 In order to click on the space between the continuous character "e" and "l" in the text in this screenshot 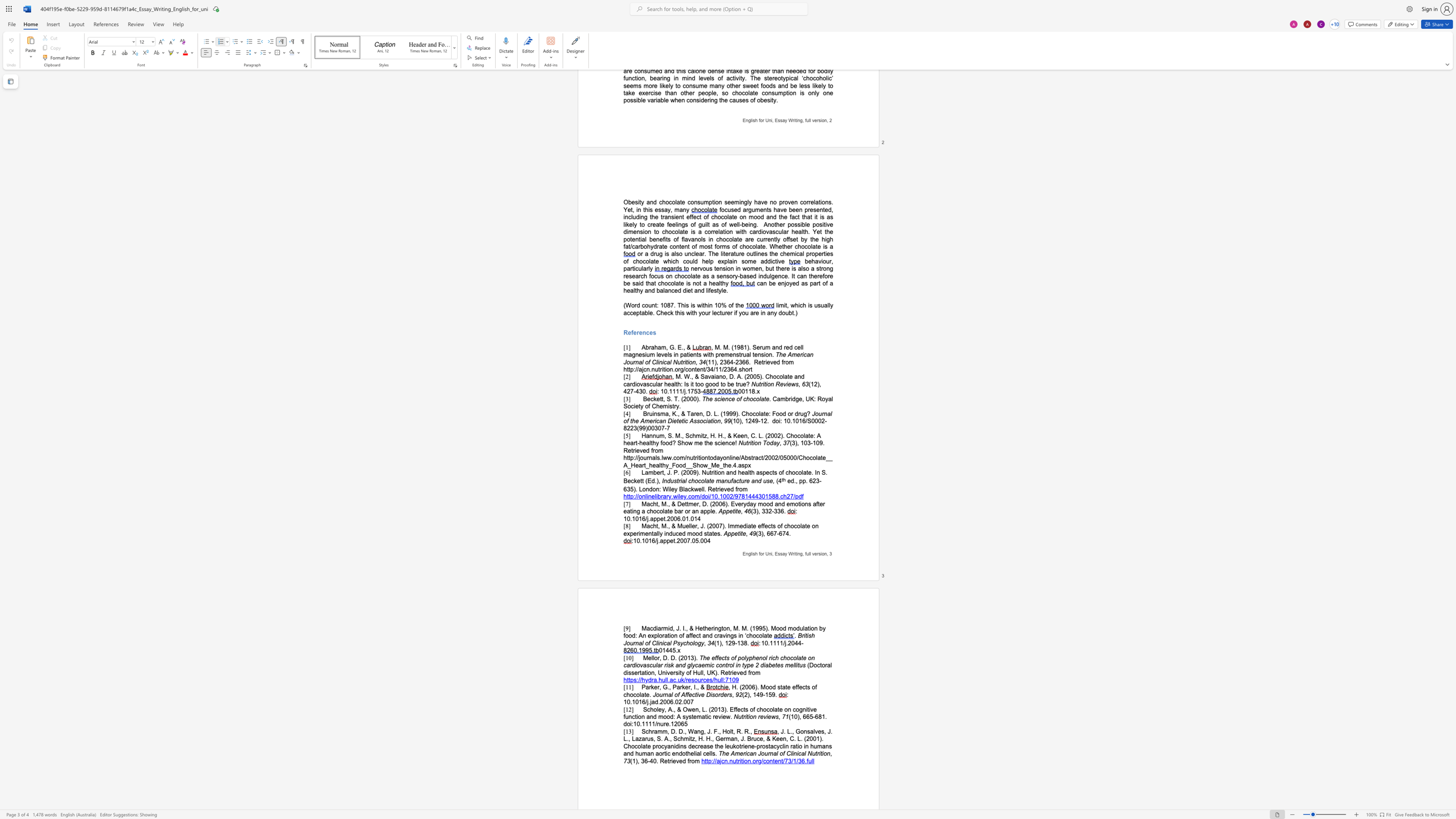, I will do `click(650, 657)`.